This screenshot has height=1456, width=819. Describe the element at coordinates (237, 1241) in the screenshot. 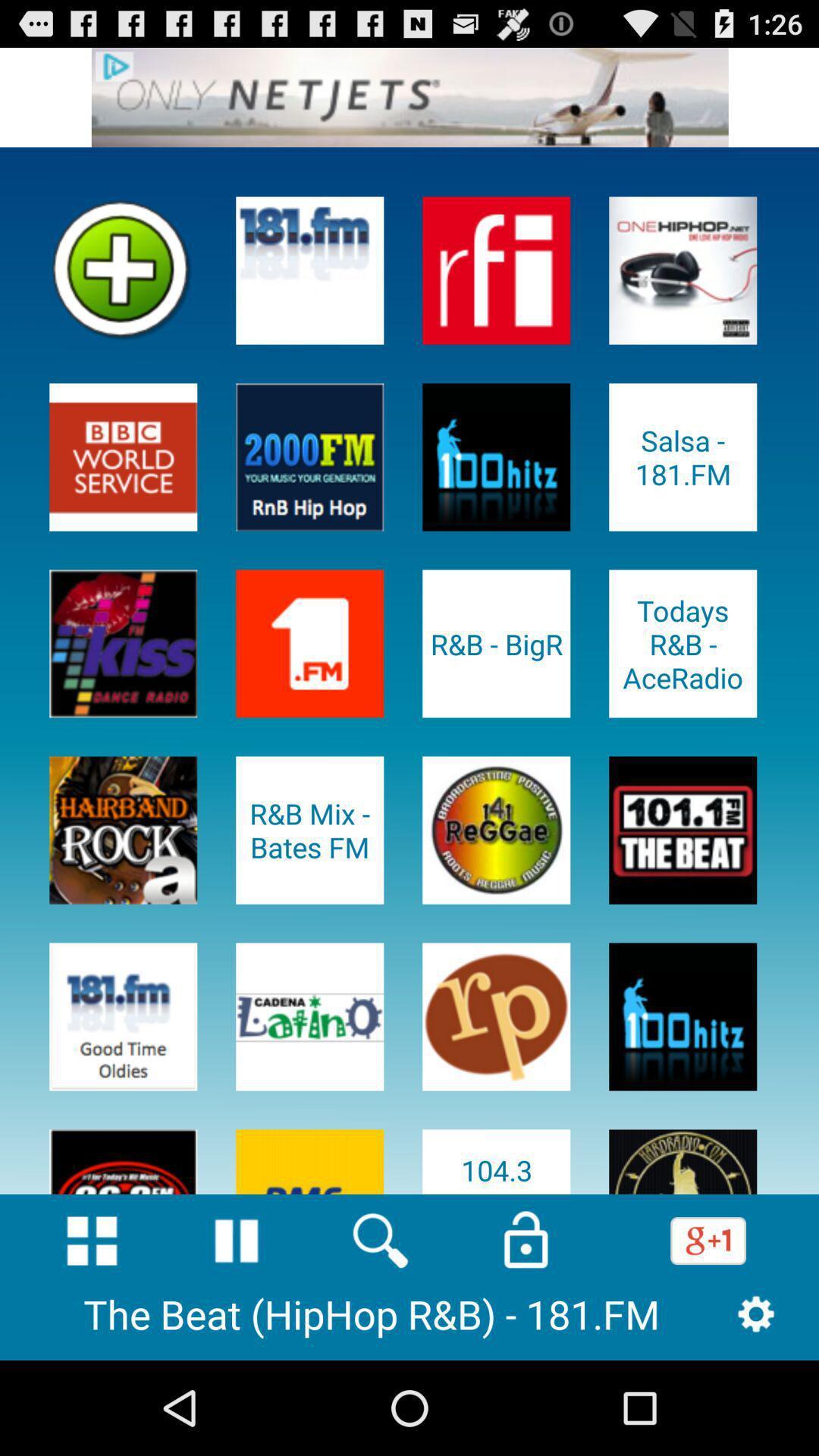

I see `press the pause` at that location.